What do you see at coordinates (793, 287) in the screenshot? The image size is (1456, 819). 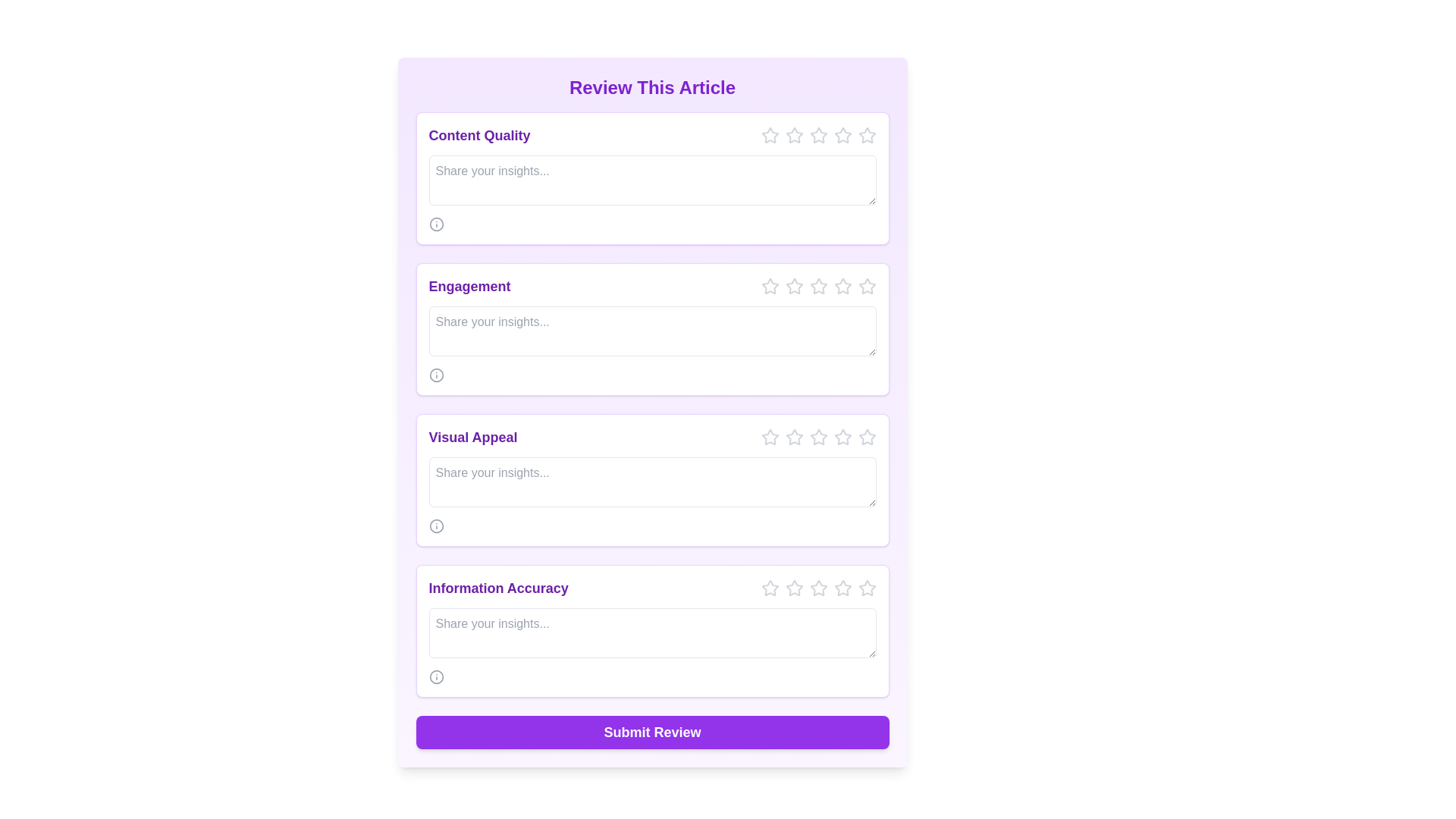 I see `the second star icon in the rating system for 'Engagement' in the review form, which is styled in gray and scales up on hover` at bounding box center [793, 287].